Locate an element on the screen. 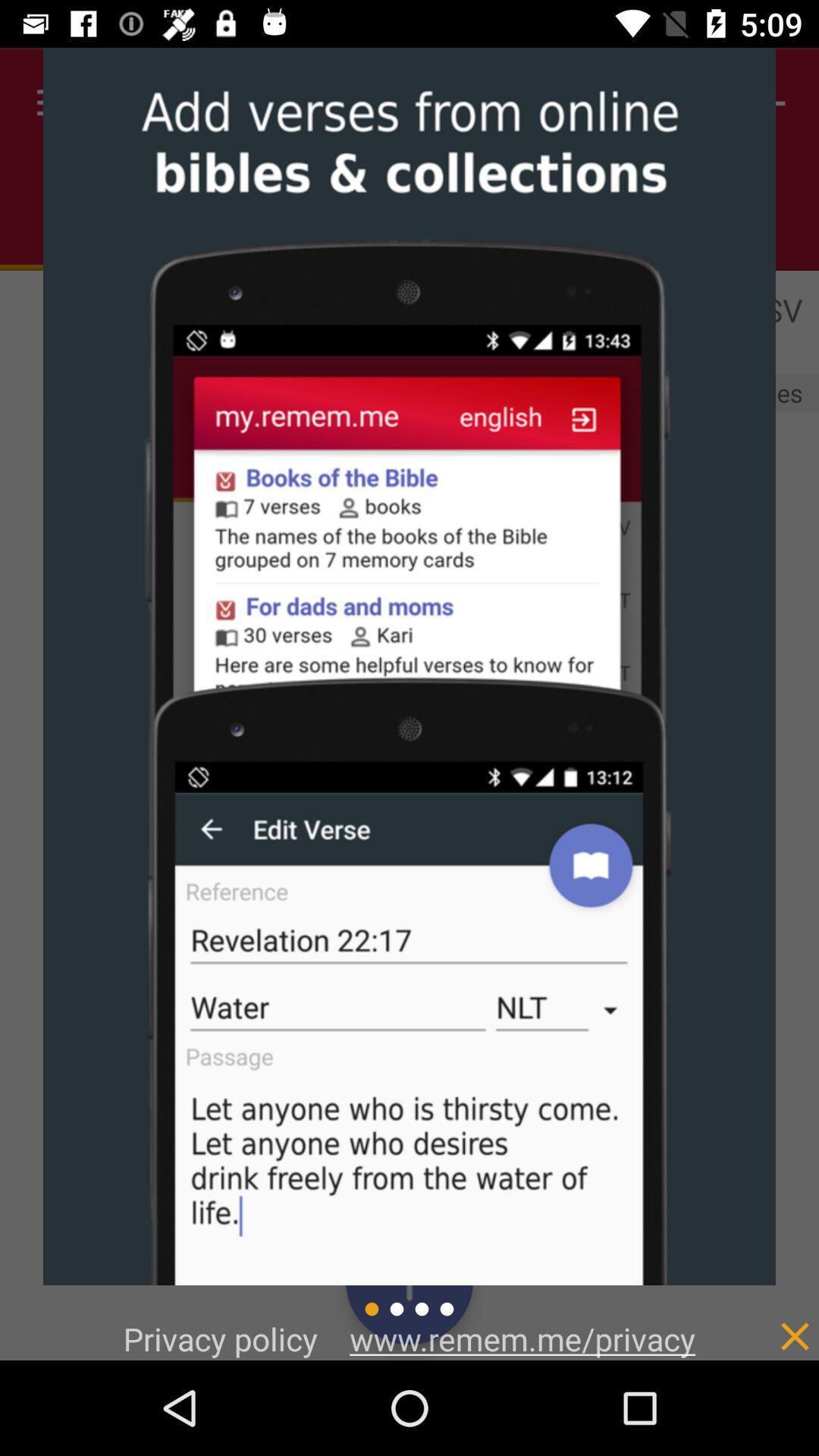  privacy policy is located at coordinates (763, 1319).